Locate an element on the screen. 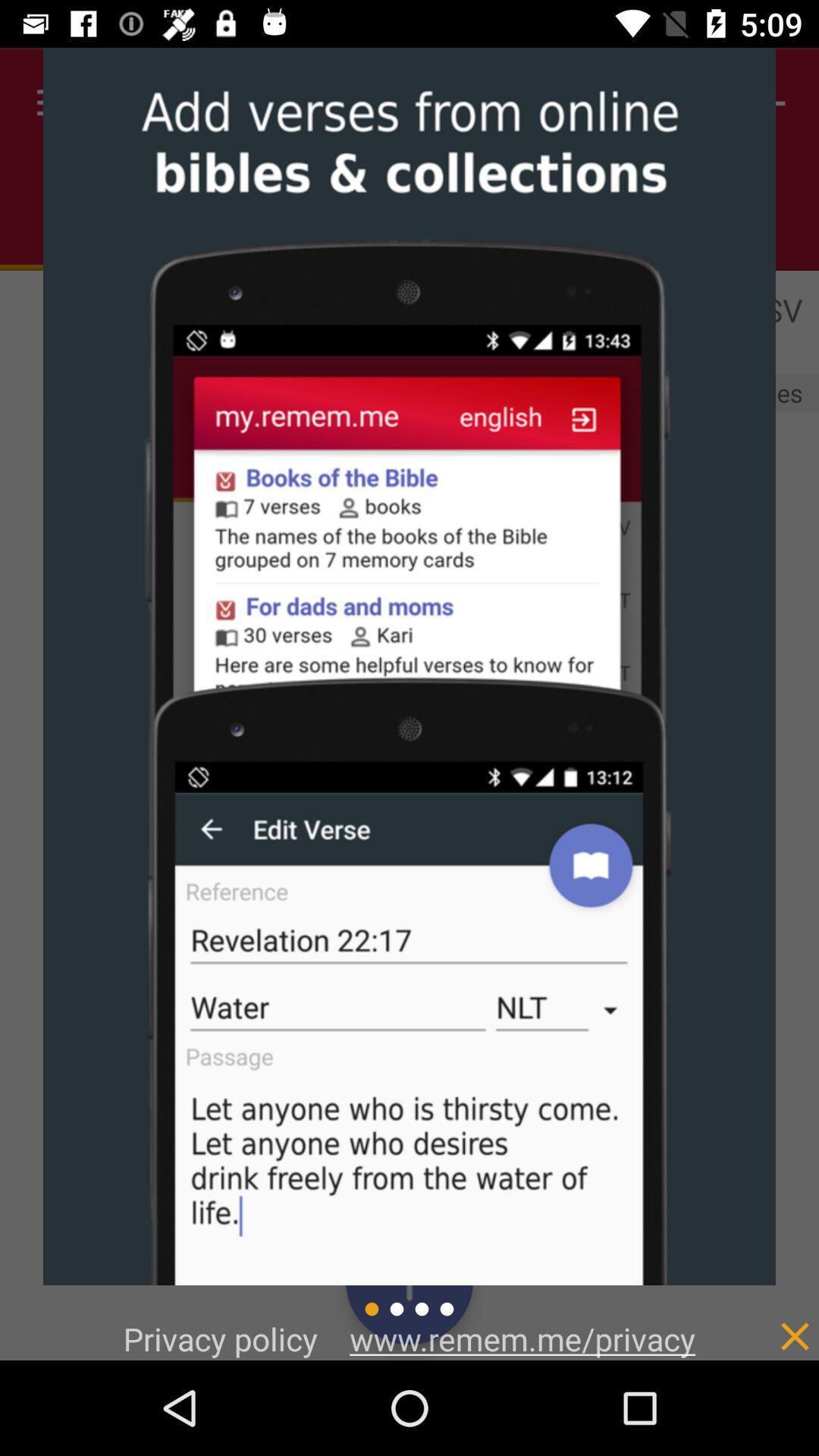  privacy policy is located at coordinates (763, 1319).